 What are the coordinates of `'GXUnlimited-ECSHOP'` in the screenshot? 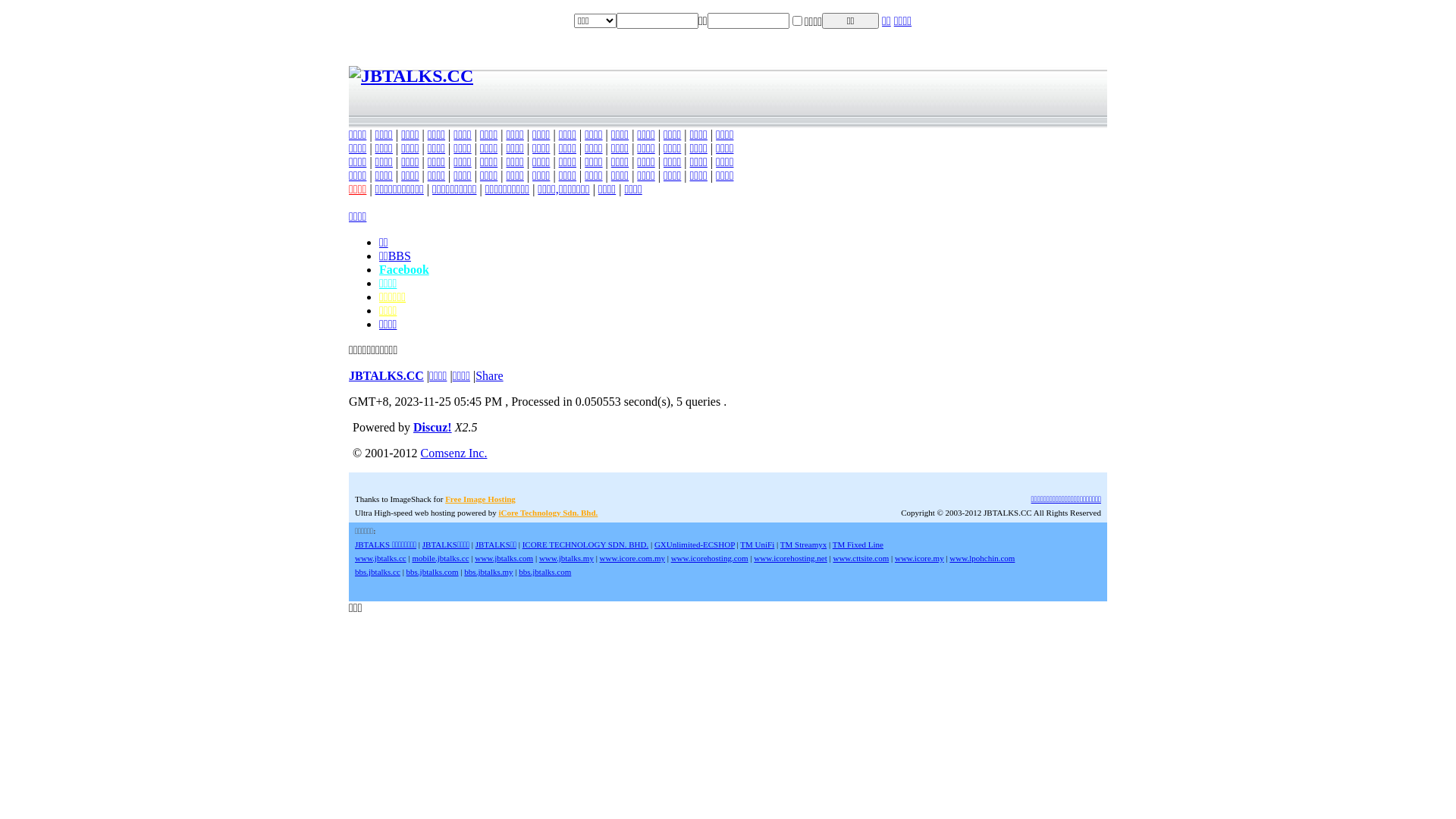 It's located at (694, 543).